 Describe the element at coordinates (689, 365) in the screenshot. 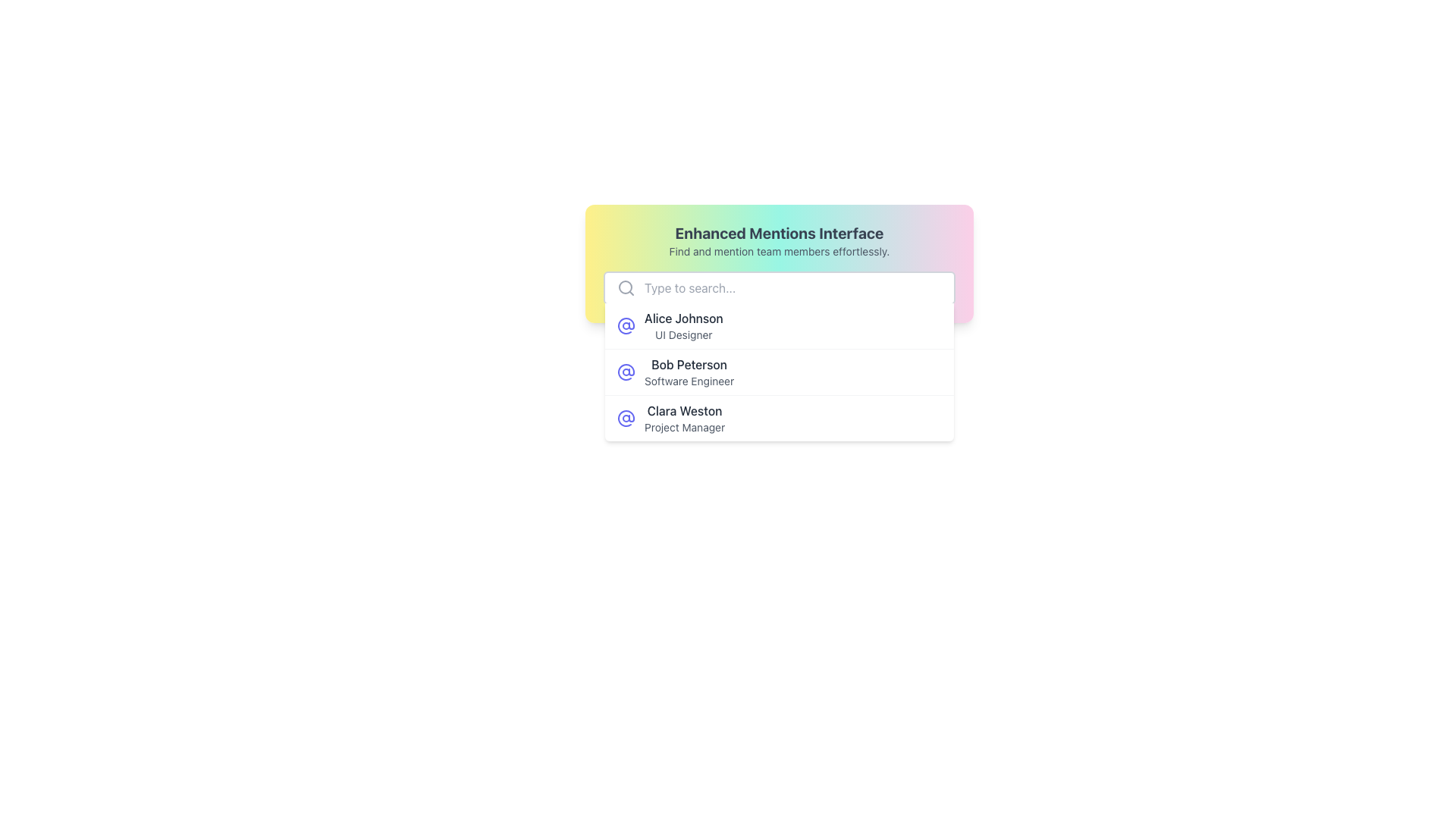

I see `the 'Bob Peterson' text label in the dropdown list` at that location.